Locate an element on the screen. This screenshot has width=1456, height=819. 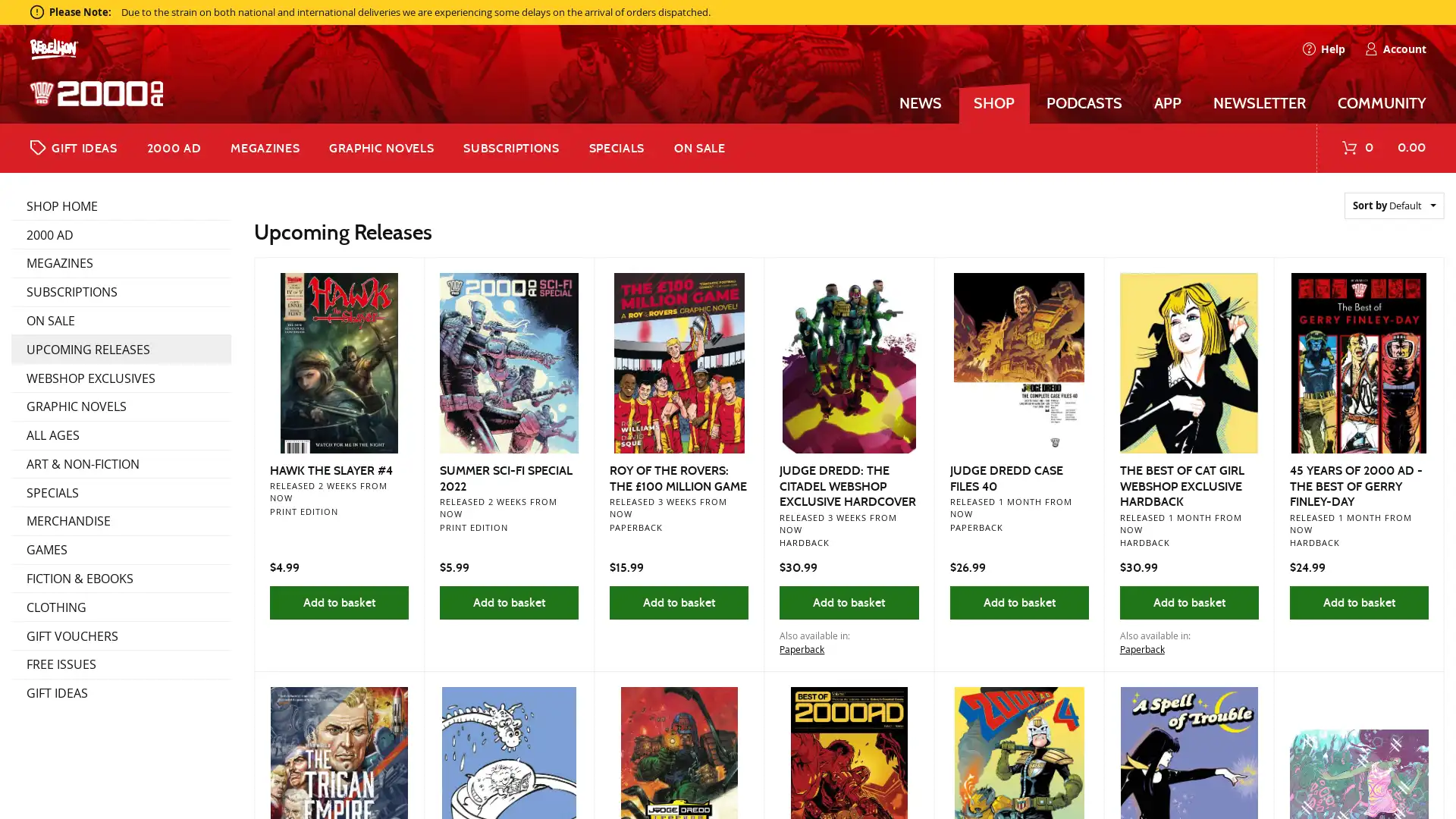
Paperback is located at coordinates (801, 648).